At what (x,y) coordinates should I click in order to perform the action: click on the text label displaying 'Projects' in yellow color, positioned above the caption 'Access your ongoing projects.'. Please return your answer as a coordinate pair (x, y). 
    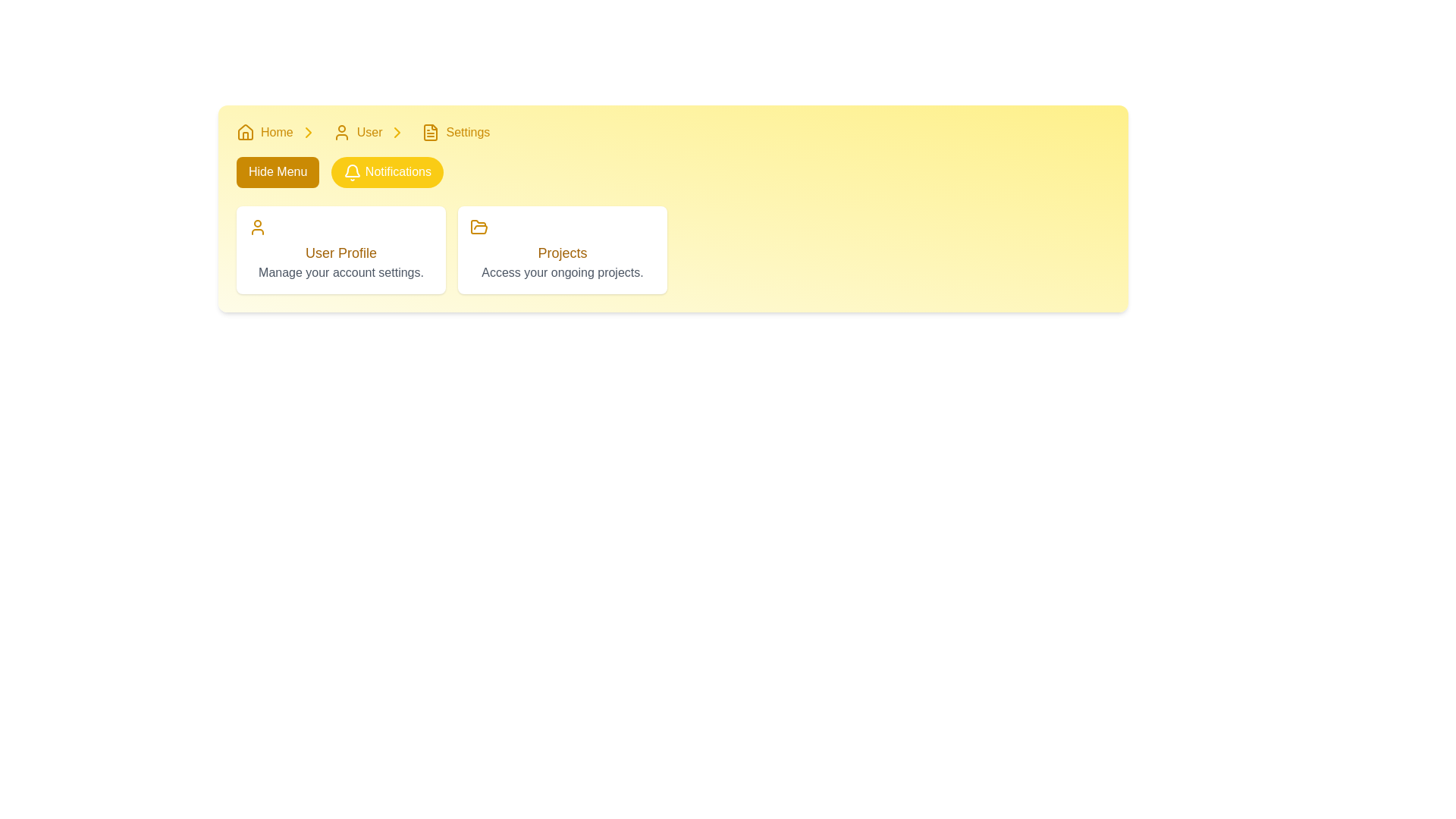
    Looking at the image, I should click on (562, 251).